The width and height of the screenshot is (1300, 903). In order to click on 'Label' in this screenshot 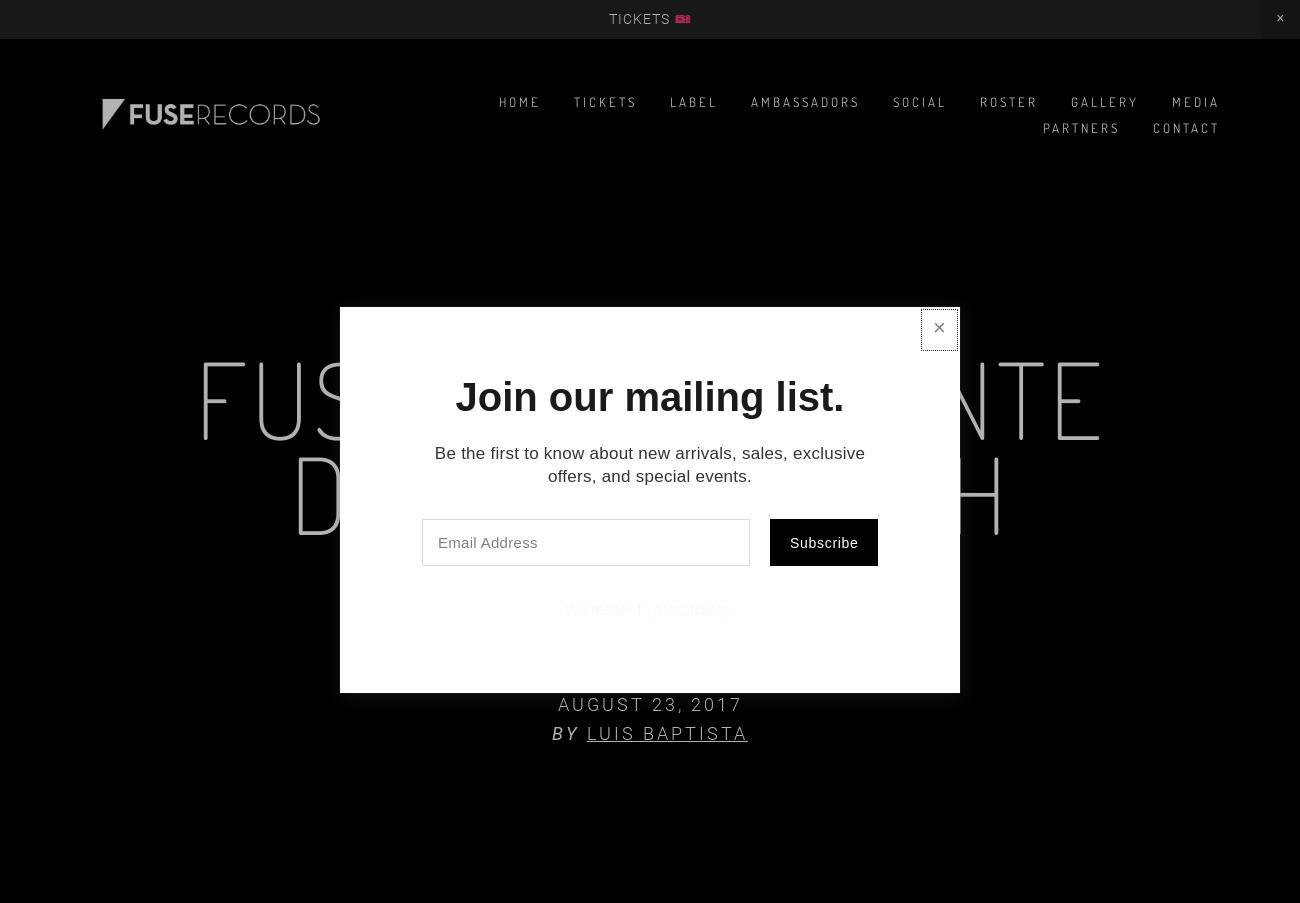, I will do `click(692, 102)`.